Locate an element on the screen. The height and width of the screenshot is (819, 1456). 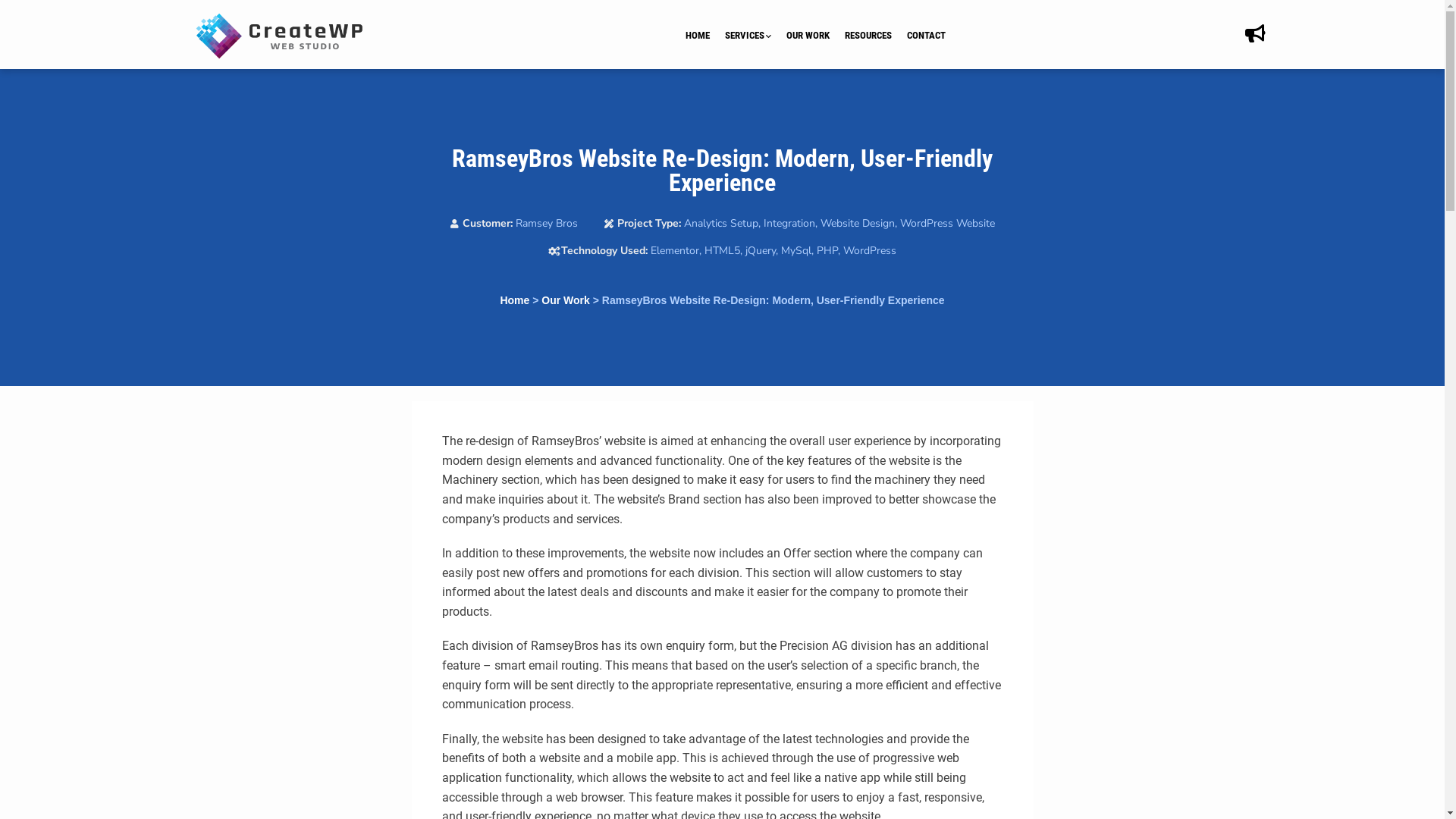
'HOME' is located at coordinates (704, 35).